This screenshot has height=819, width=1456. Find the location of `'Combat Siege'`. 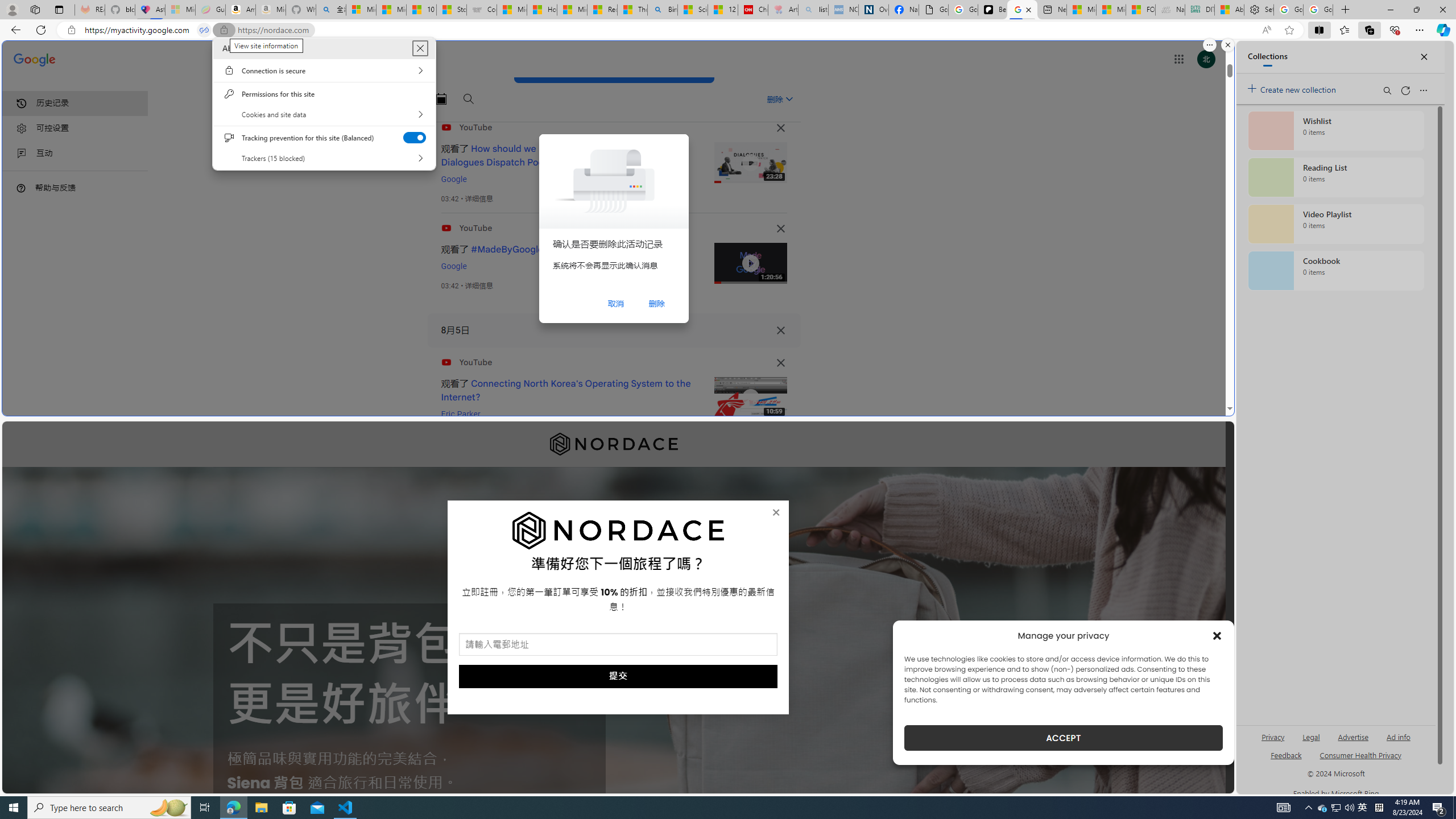

'Combat Siege' is located at coordinates (482, 9).